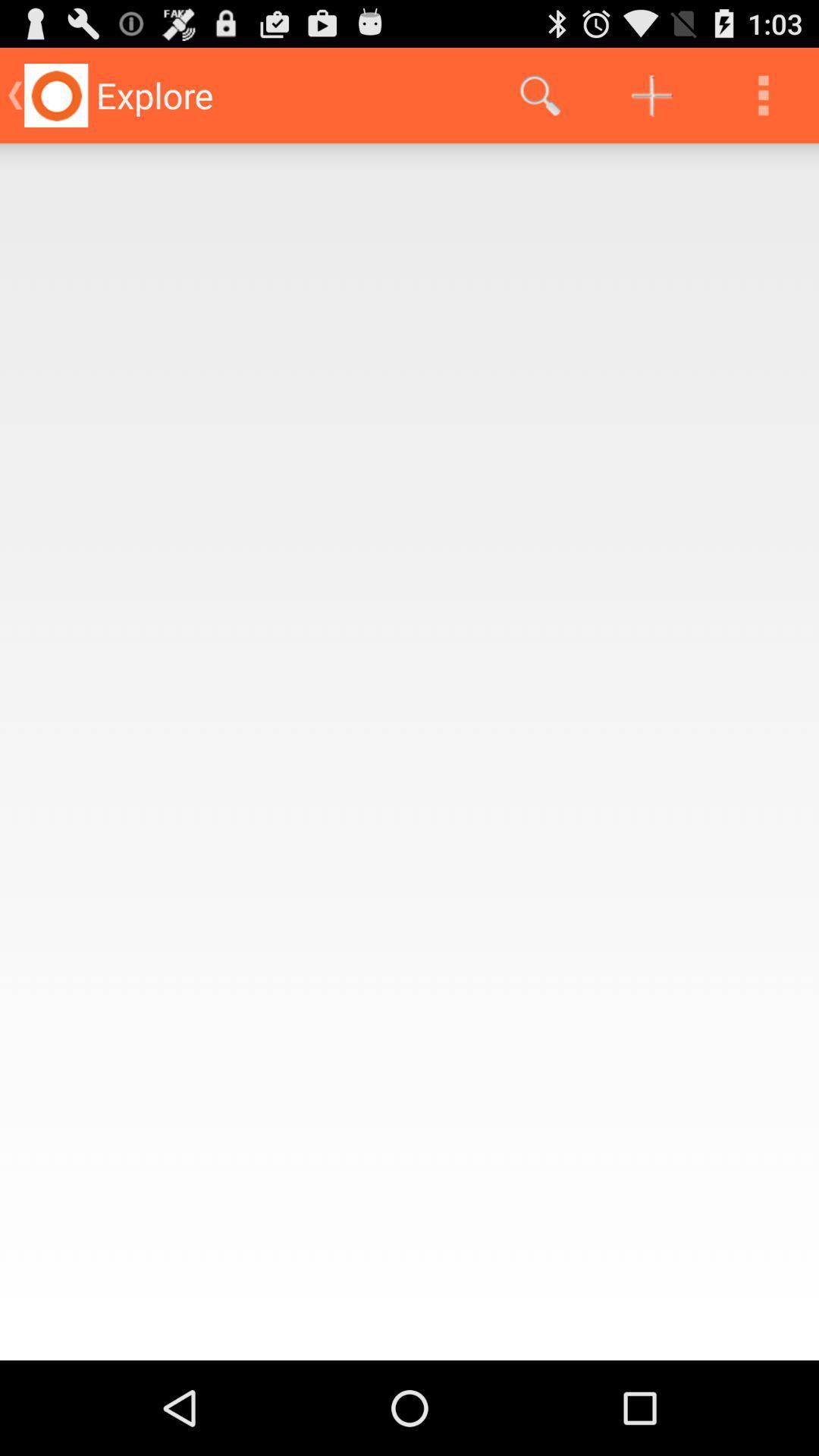  What do you see at coordinates (539, 94) in the screenshot?
I see `app to the right of the explore item` at bounding box center [539, 94].